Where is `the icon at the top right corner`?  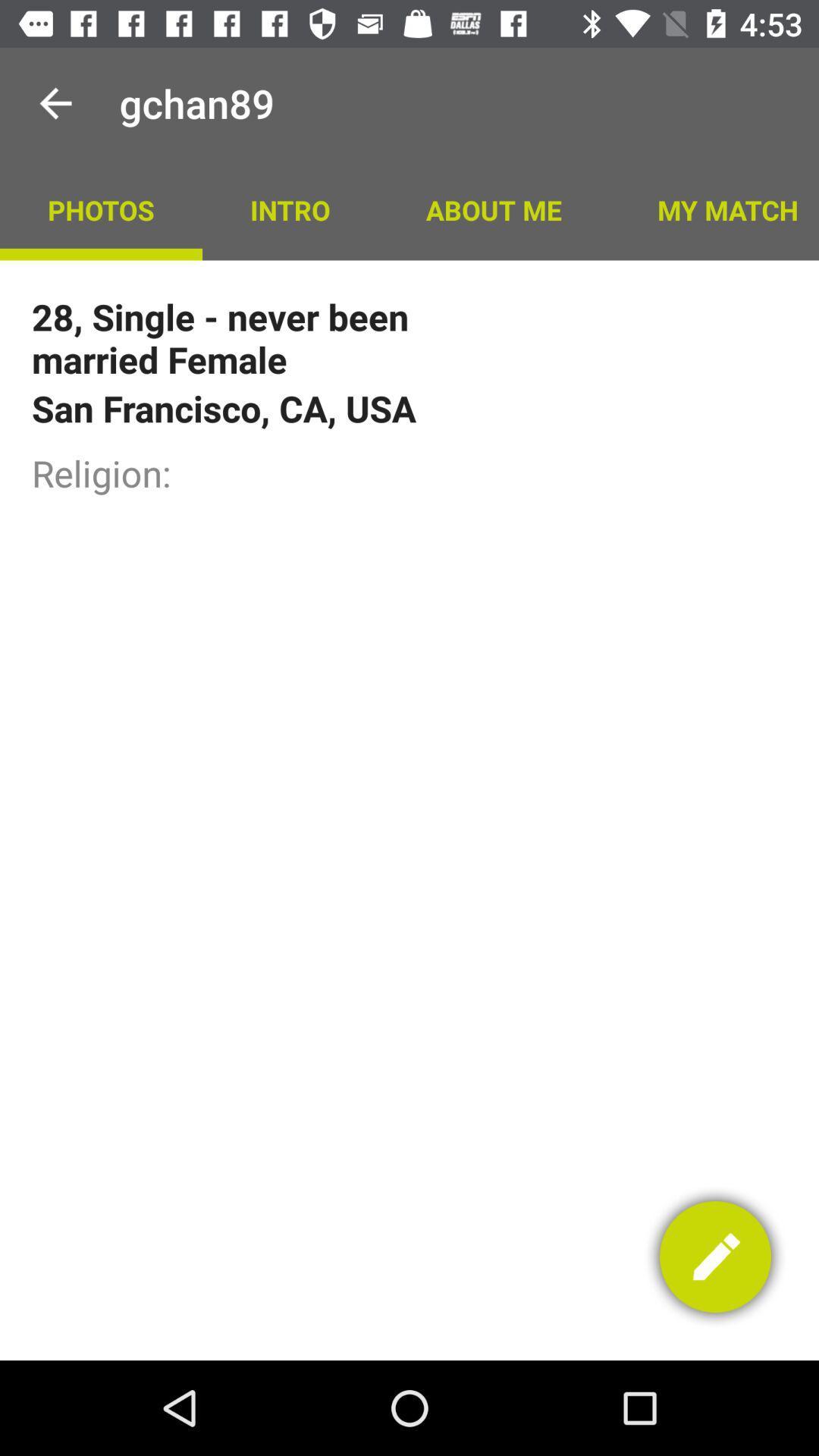 the icon at the top right corner is located at coordinates (714, 209).